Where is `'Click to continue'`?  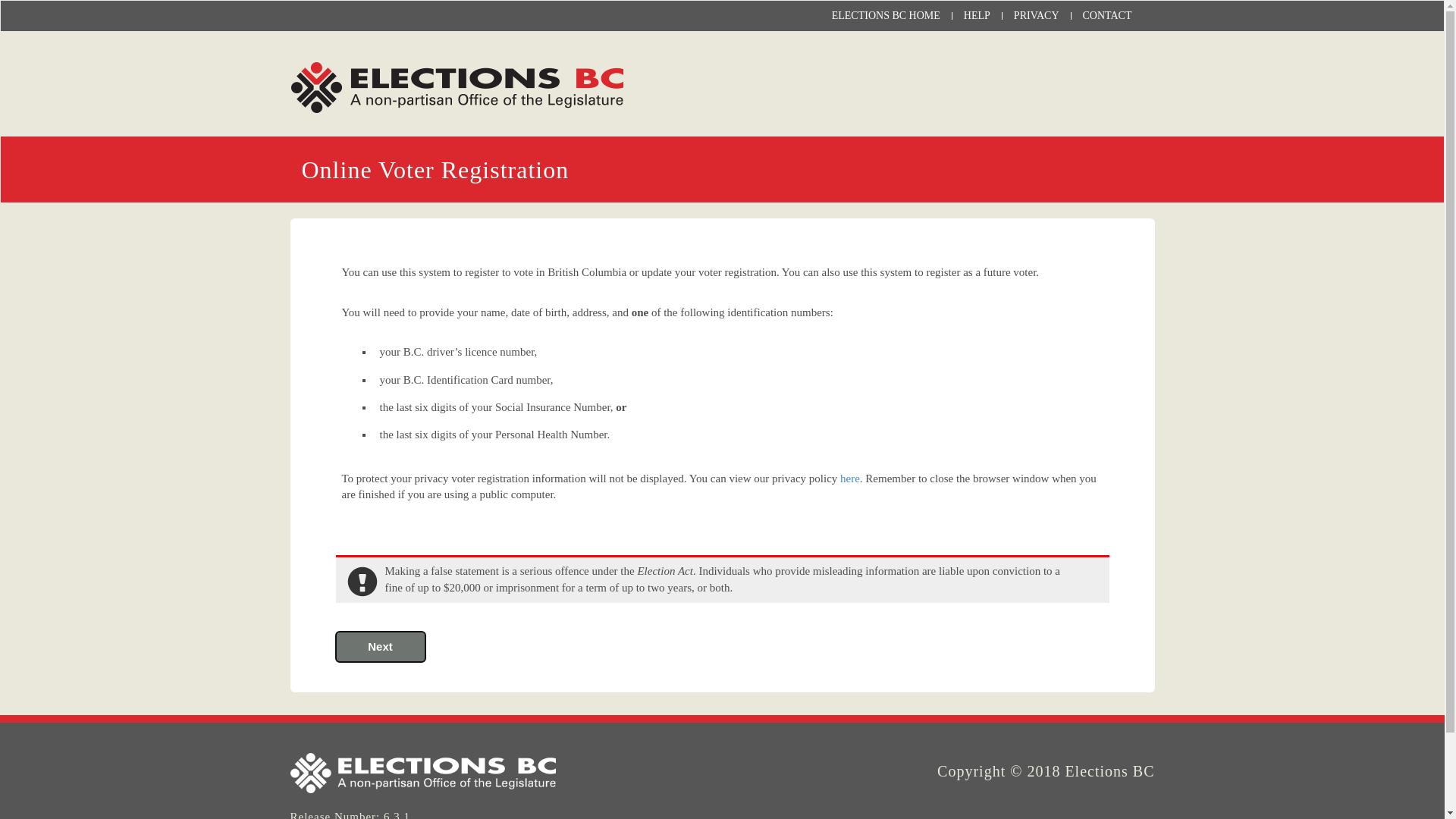
'Click to continue' is located at coordinates (379, 646).